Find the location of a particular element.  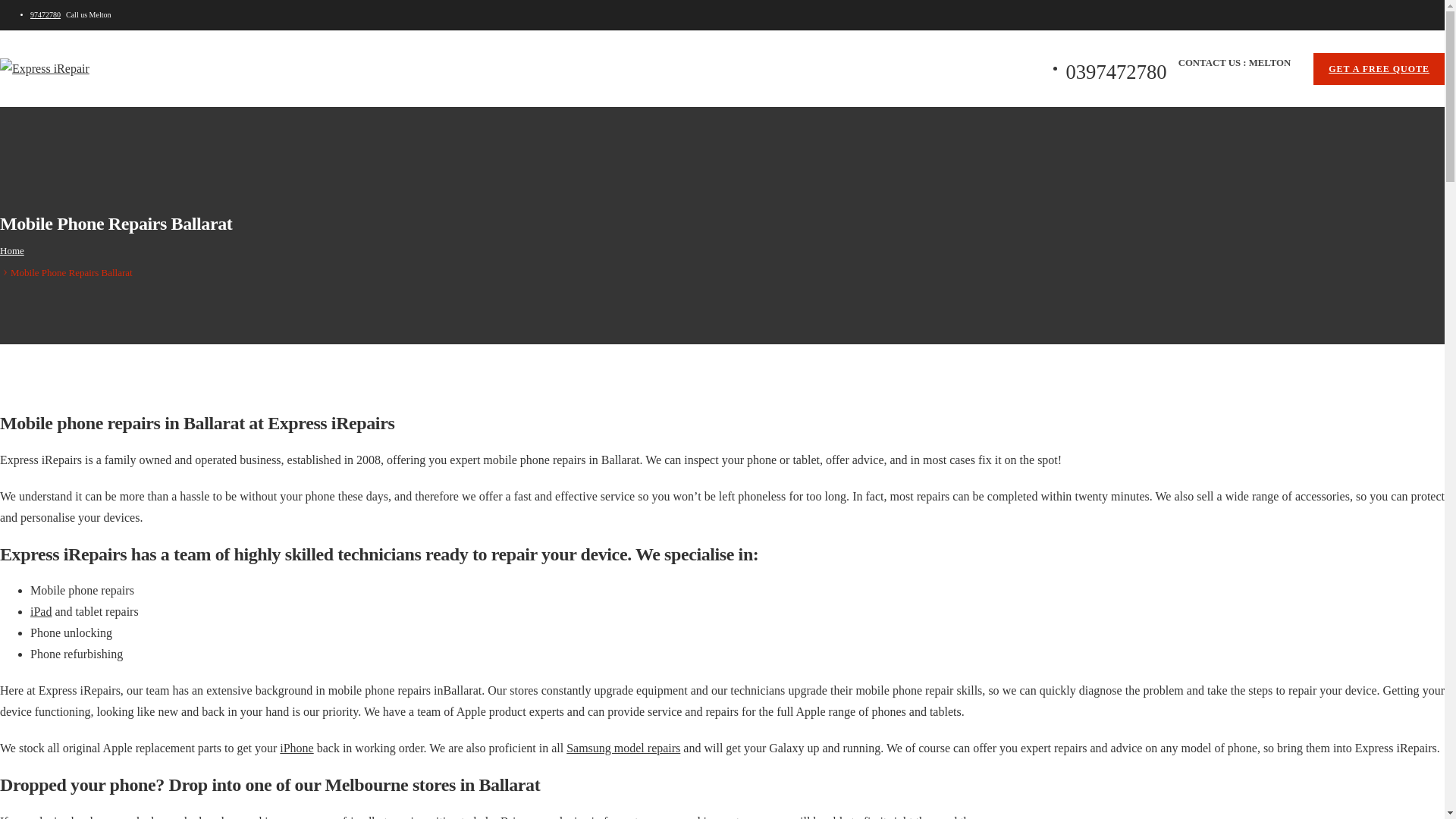

'97472780' is located at coordinates (30, 14).